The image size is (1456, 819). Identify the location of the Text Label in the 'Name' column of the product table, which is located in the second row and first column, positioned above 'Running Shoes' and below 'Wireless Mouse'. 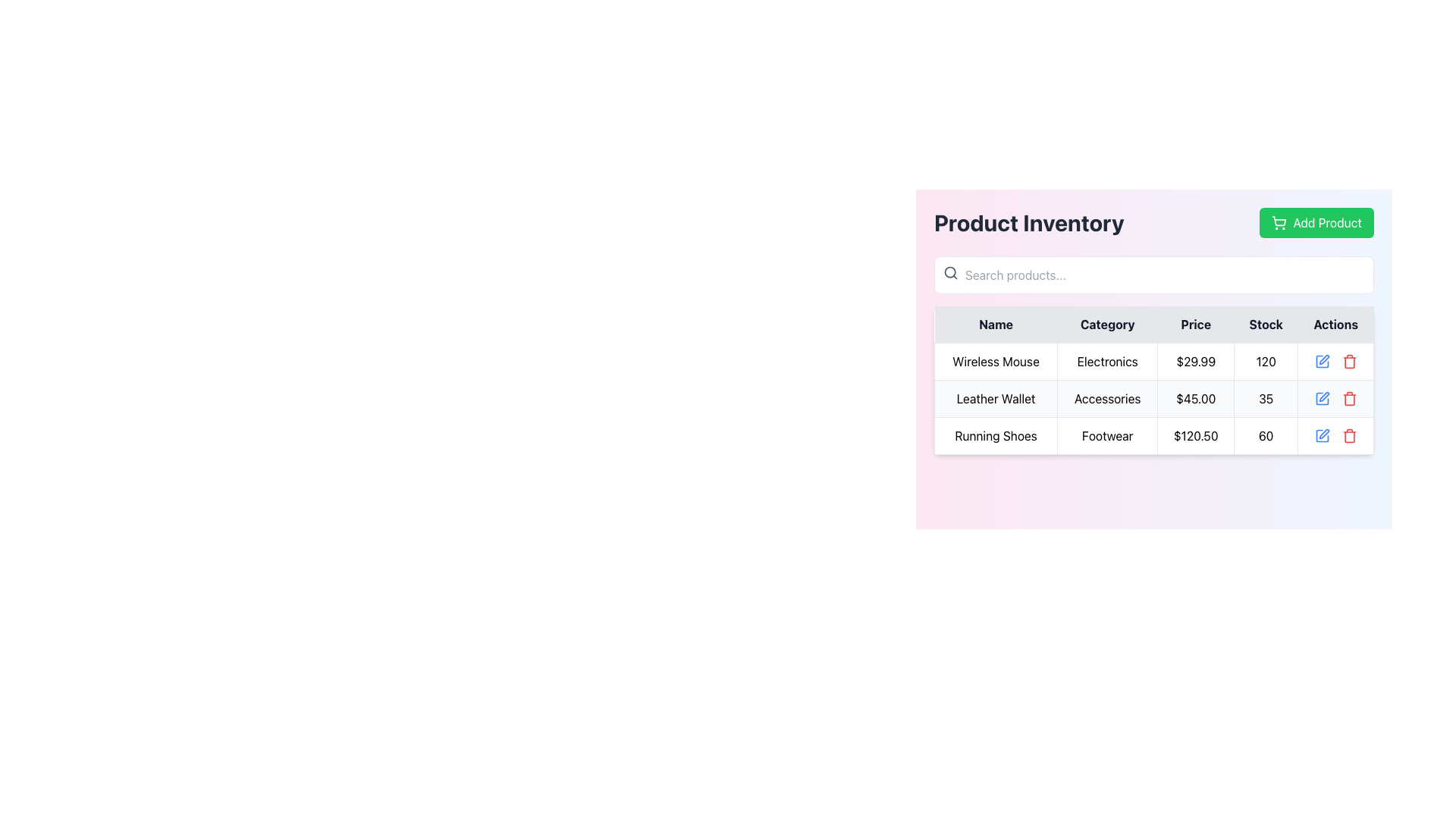
(996, 397).